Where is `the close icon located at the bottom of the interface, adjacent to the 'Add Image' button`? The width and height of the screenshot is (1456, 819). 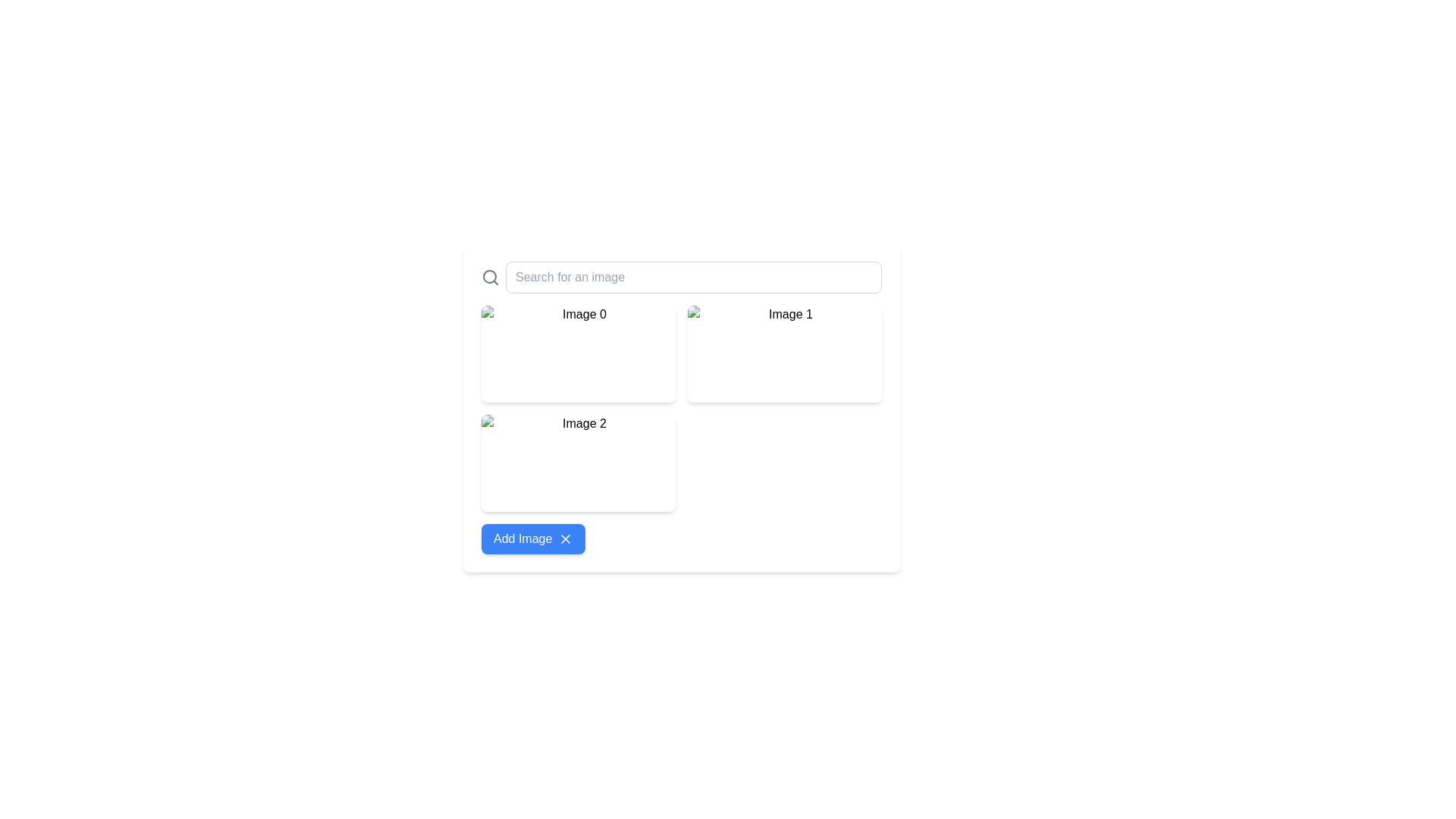
the close icon located at the bottom of the interface, adjacent to the 'Add Image' button is located at coordinates (565, 538).